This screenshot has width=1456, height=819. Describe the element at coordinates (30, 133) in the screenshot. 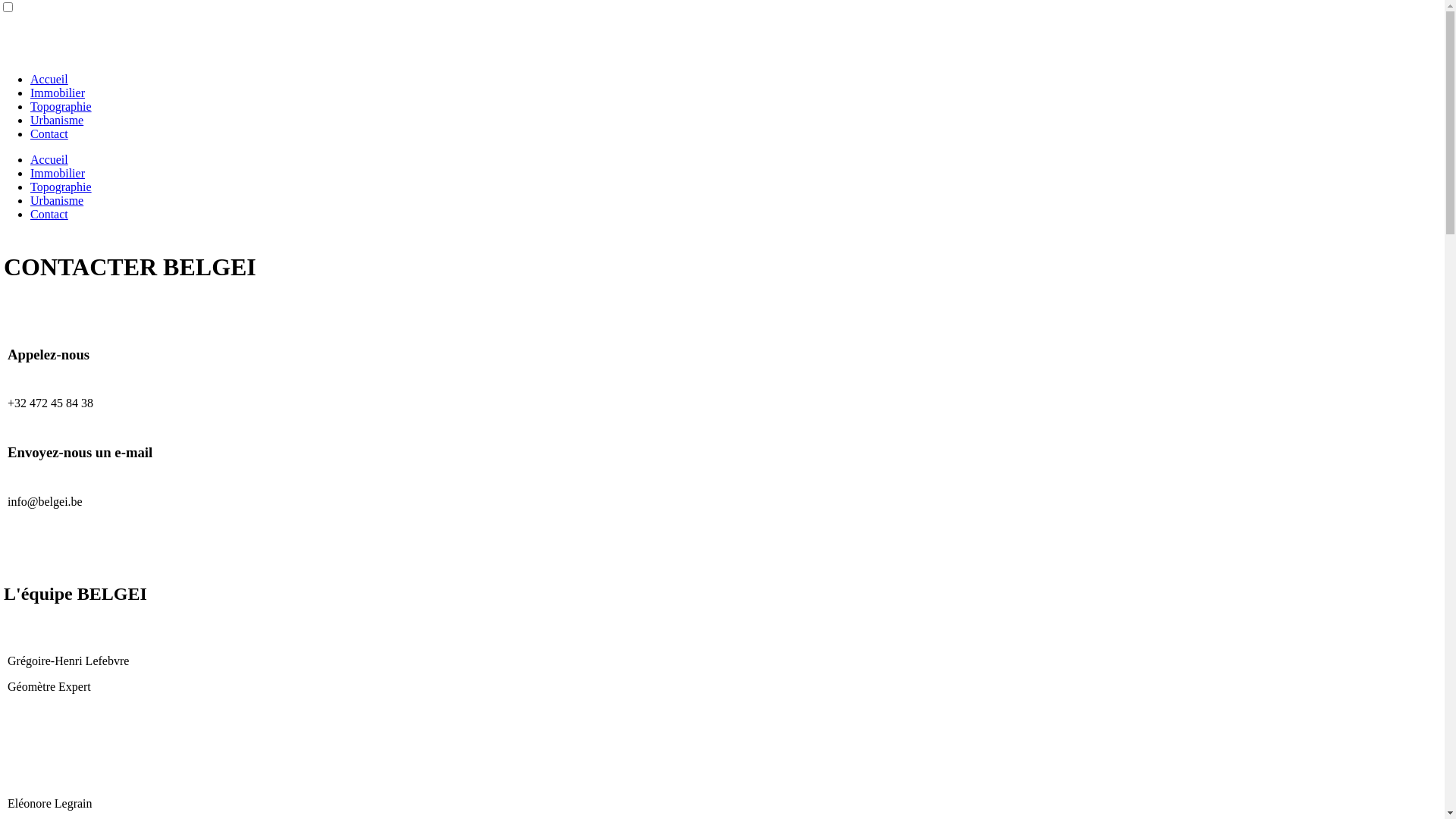

I see `'Contact'` at that location.